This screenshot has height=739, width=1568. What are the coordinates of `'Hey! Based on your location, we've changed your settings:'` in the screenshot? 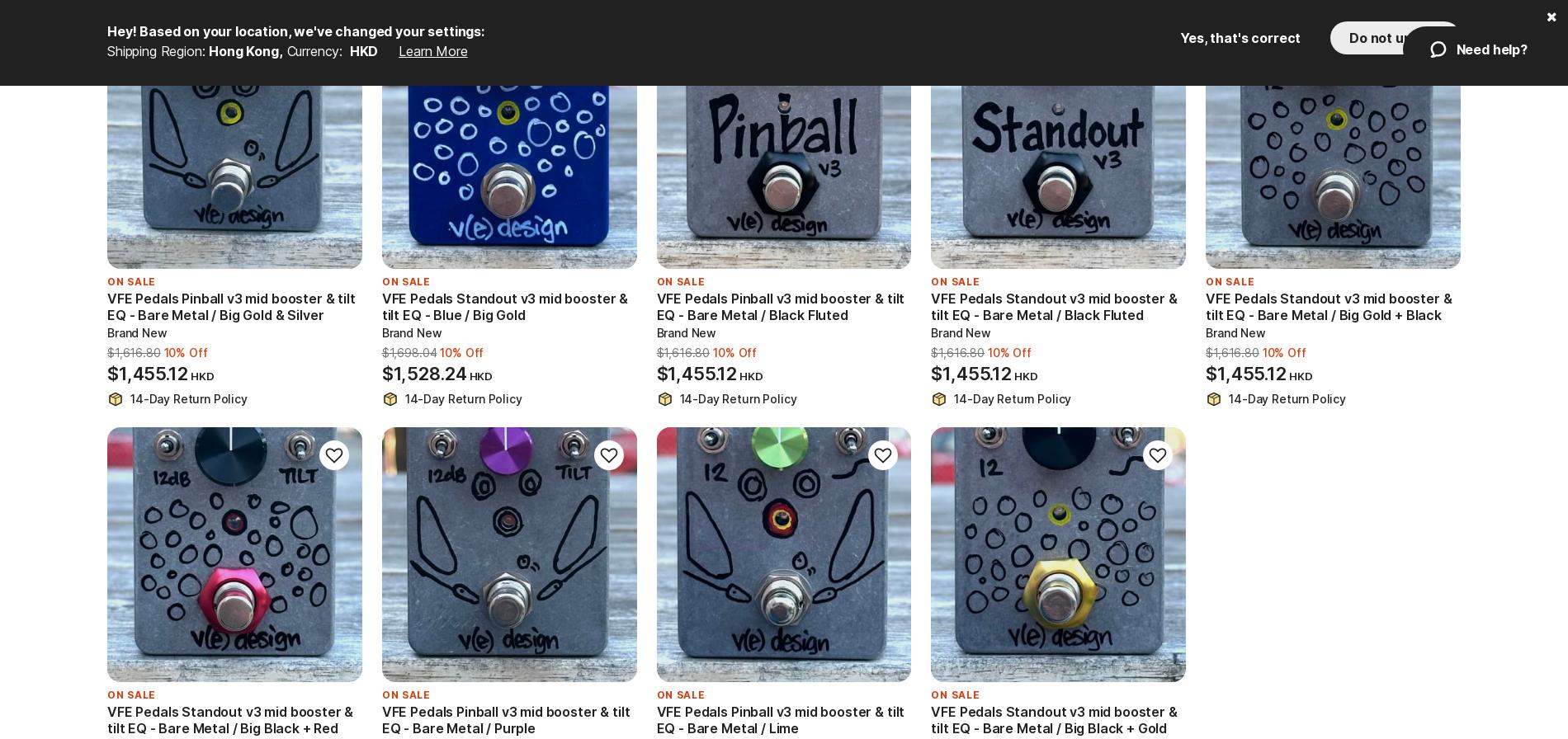 It's located at (294, 31).